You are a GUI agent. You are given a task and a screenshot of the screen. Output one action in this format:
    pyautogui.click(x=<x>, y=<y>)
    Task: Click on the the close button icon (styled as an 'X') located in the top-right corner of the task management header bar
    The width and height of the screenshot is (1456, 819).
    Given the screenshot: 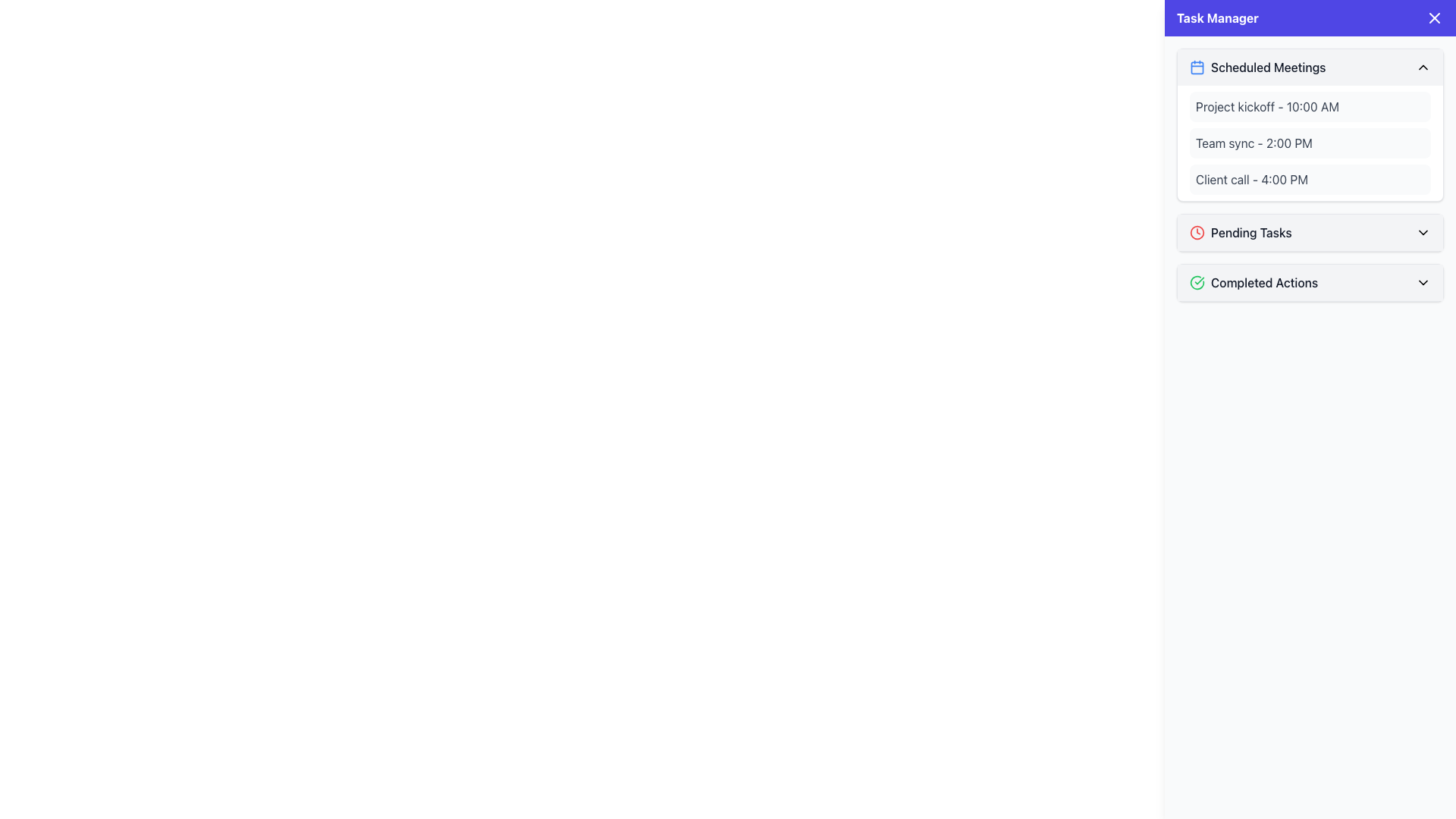 What is the action you would take?
    pyautogui.click(x=1433, y=17)
    